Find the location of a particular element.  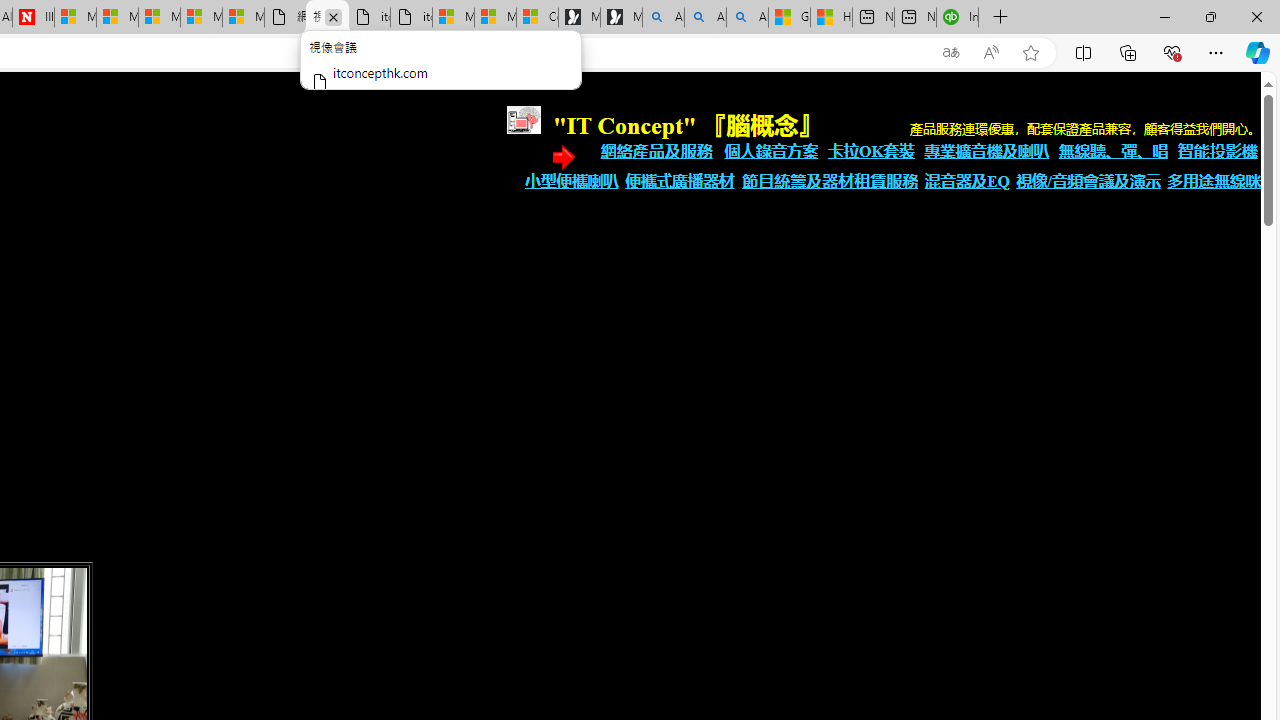

'Intuit QuickBooks Online - Quickbooks' is located at coordinates (956, 17).